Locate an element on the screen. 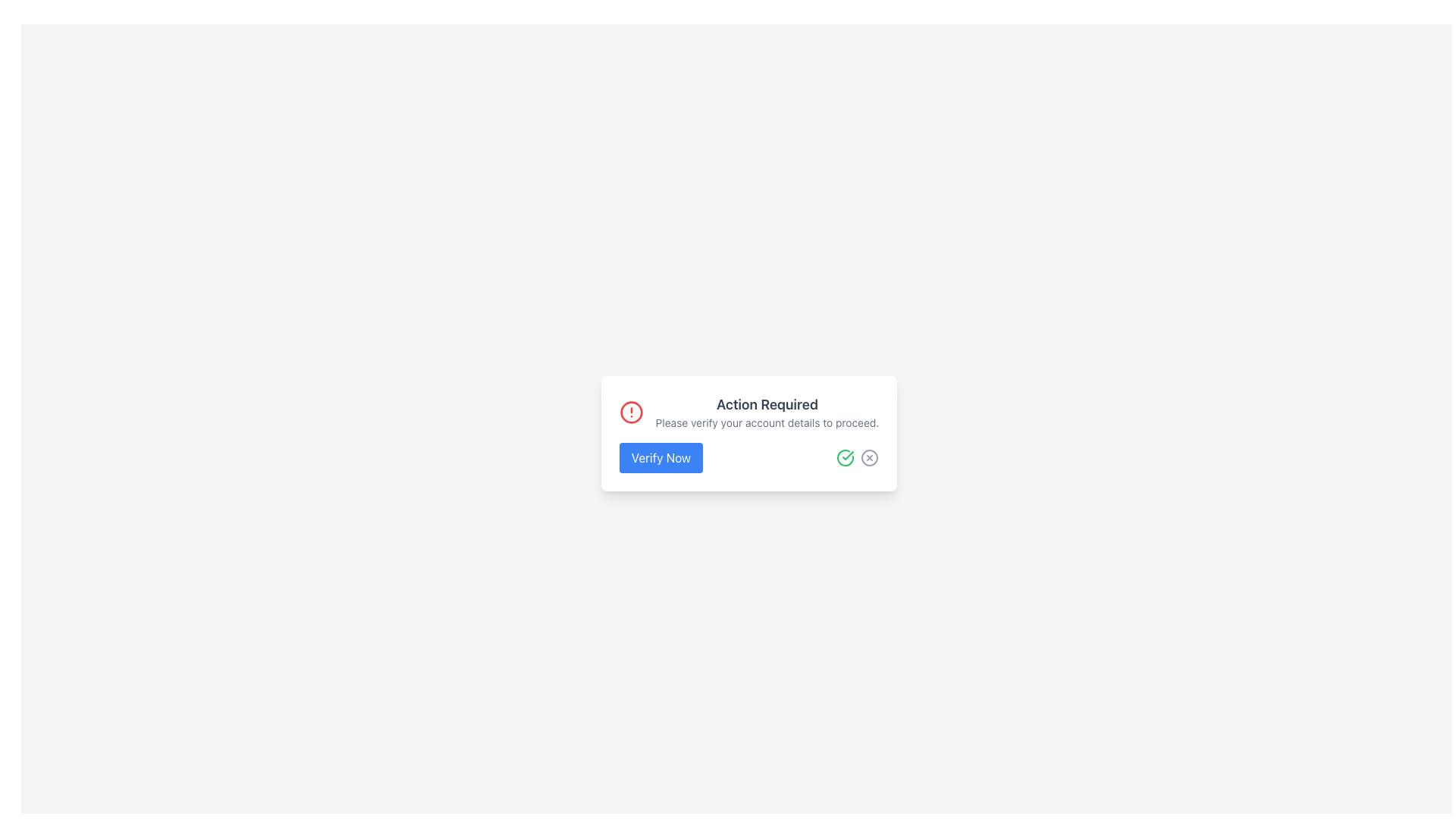  the circular icon with an 'X' mark in its center, which is the last item in a horizontal row of icons is located at coordinates (870, 457).